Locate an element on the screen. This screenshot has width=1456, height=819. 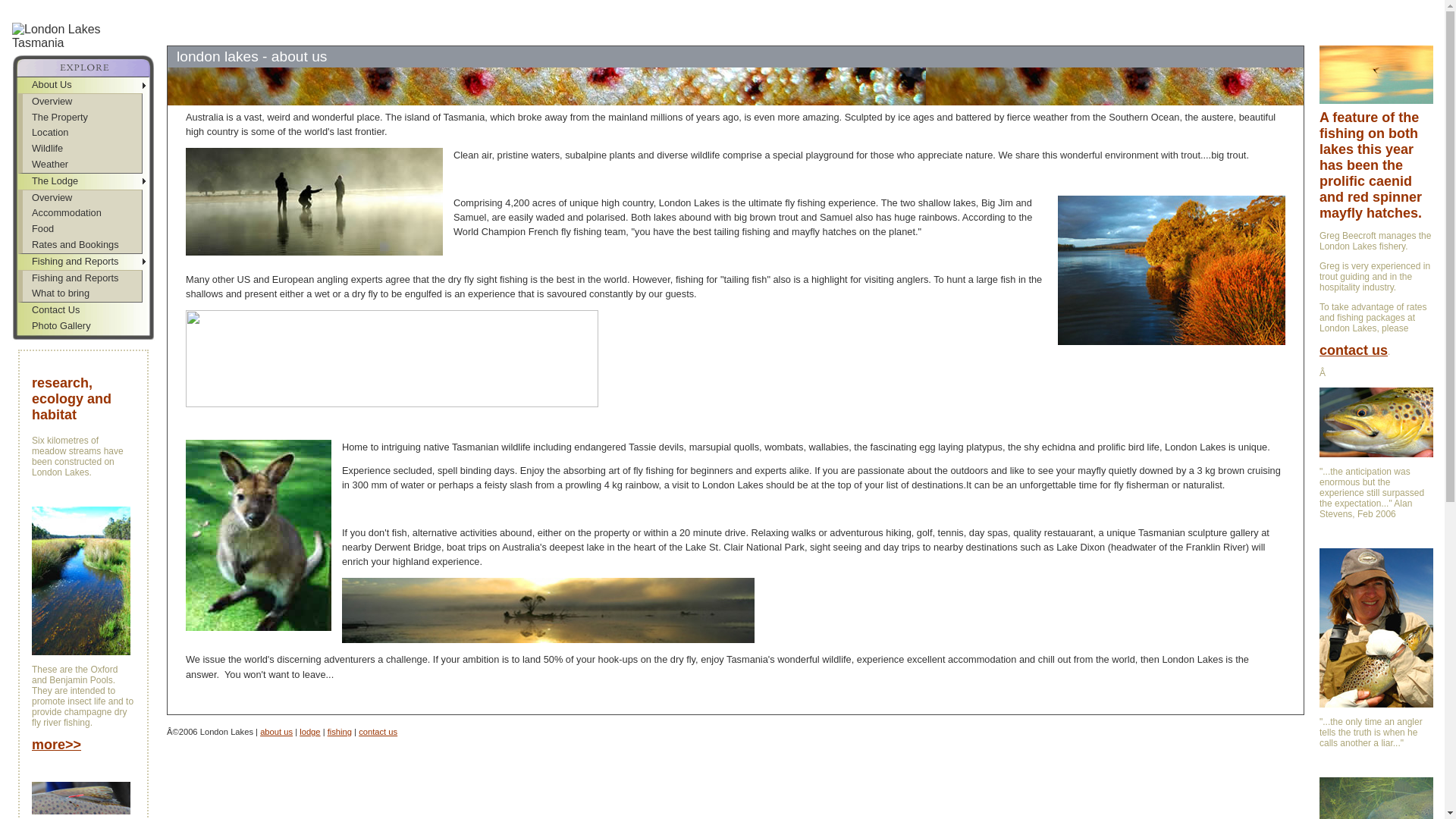
'The Lodge' is located at coordinates (83, 180).